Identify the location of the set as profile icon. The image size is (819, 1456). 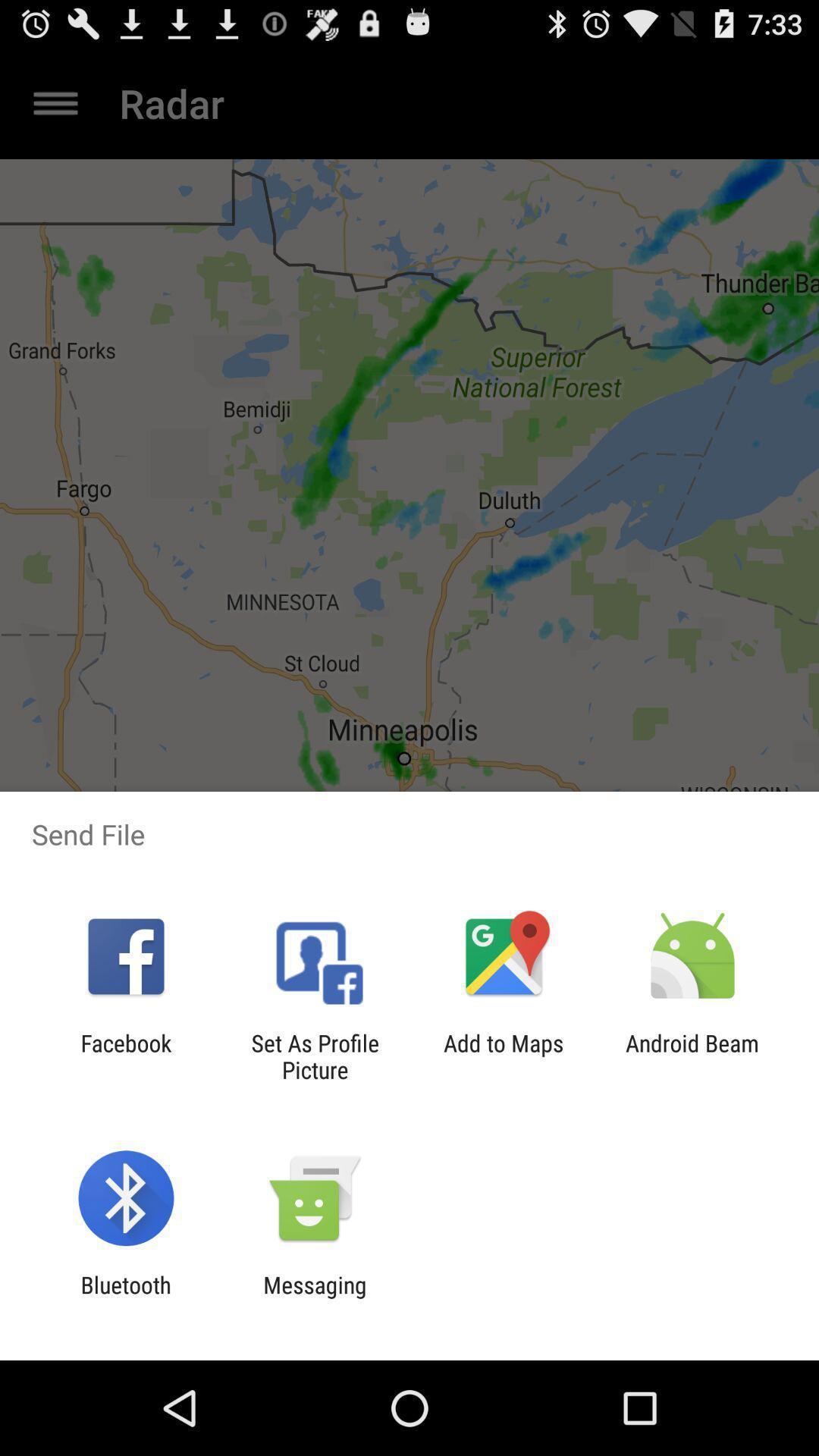
(314, 1056).